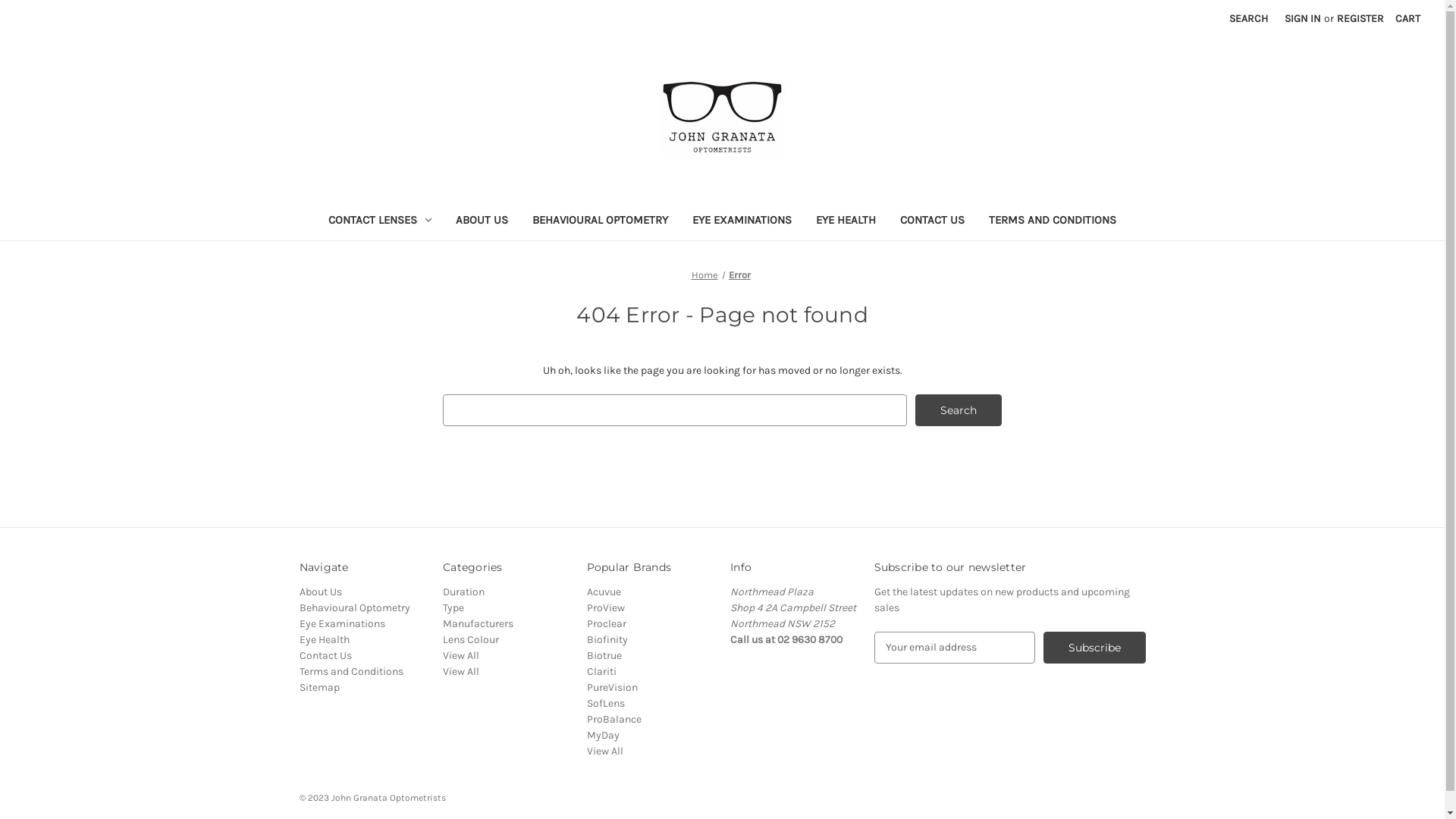  I want to click on 'Terms and Conditions', so click(350, 670).